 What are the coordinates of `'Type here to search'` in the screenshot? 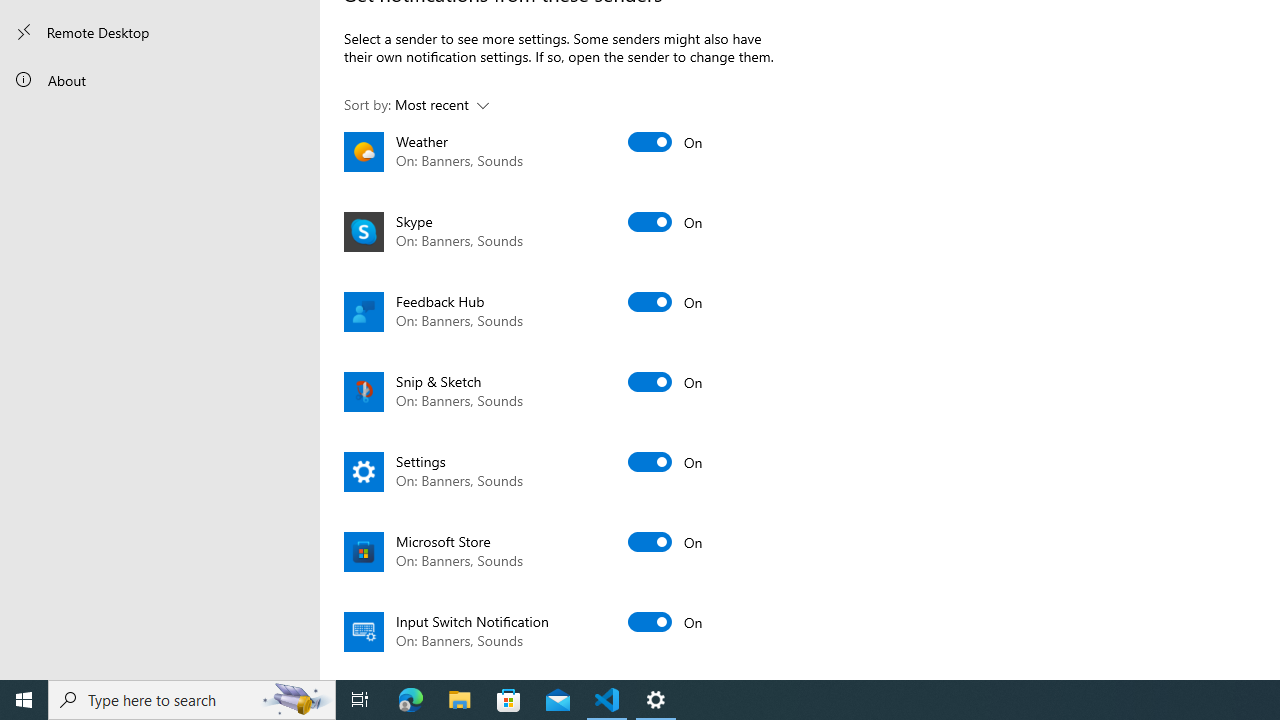 It's located at (192, 698).